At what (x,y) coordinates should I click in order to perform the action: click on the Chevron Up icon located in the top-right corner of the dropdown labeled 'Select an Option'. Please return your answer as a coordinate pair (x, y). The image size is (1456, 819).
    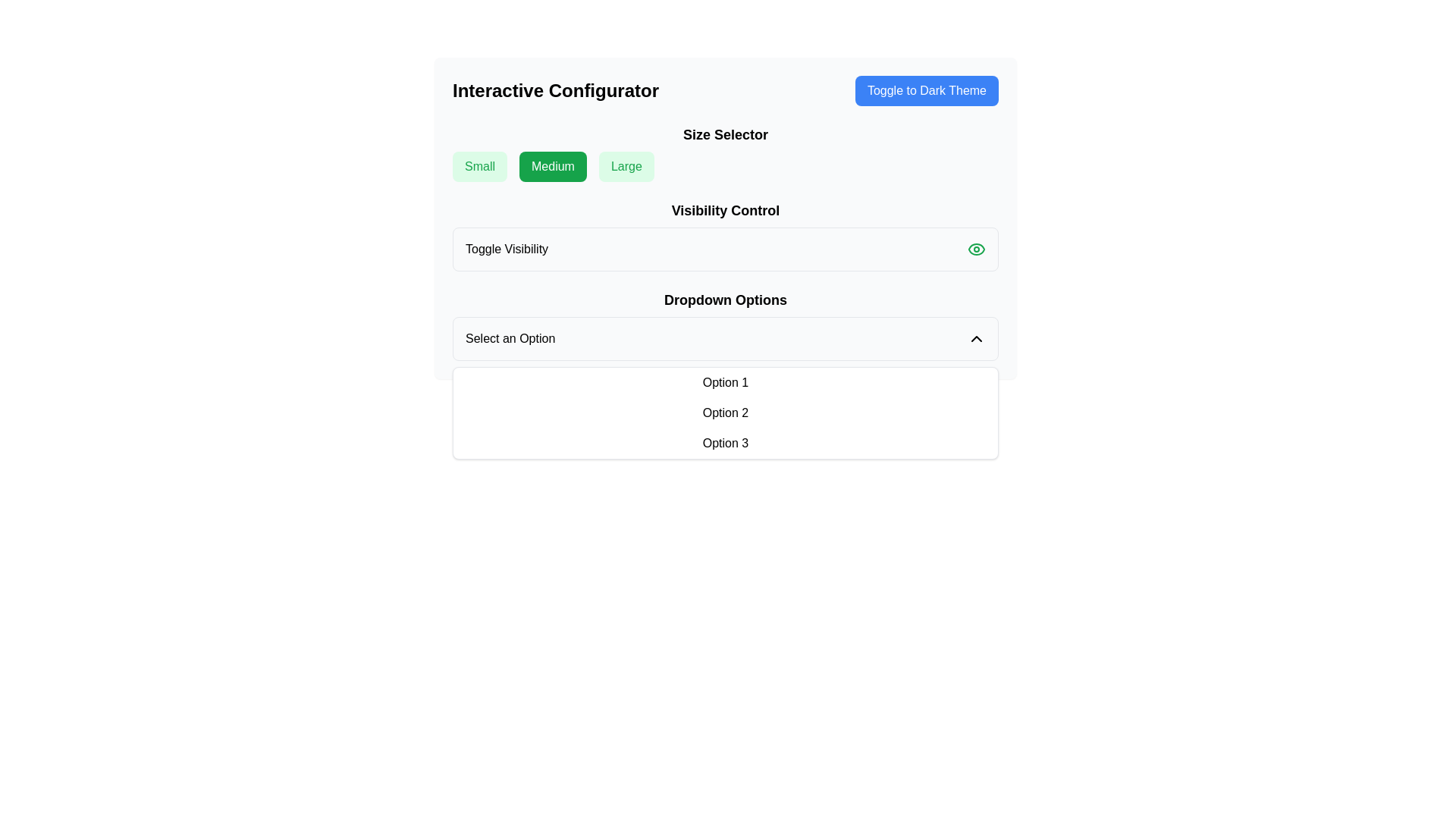
    Looking at the image, I should click on (976, 338).